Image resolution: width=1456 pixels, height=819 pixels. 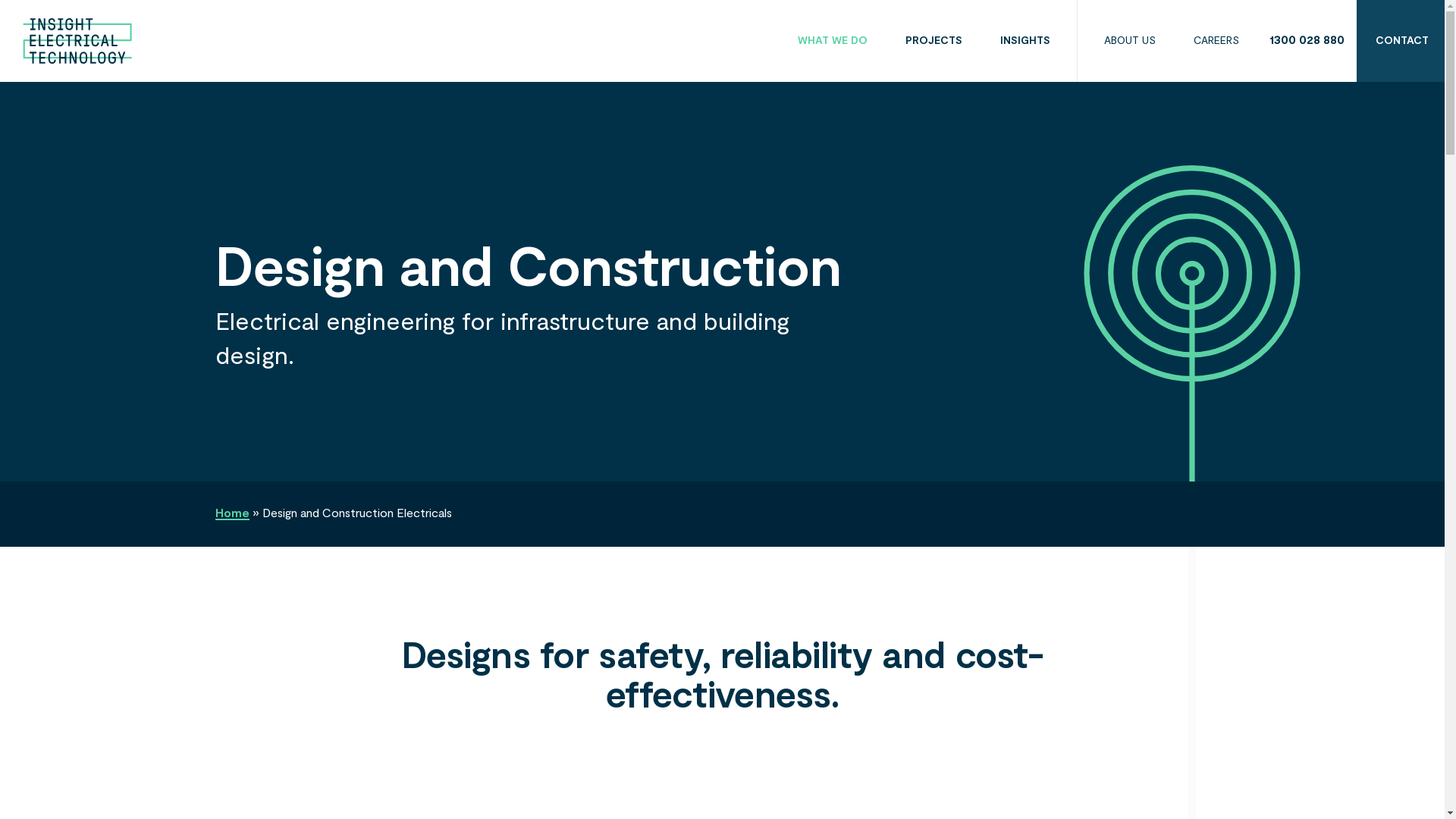 I want to click on 'CAREERS', so click(x=1216, y=40).